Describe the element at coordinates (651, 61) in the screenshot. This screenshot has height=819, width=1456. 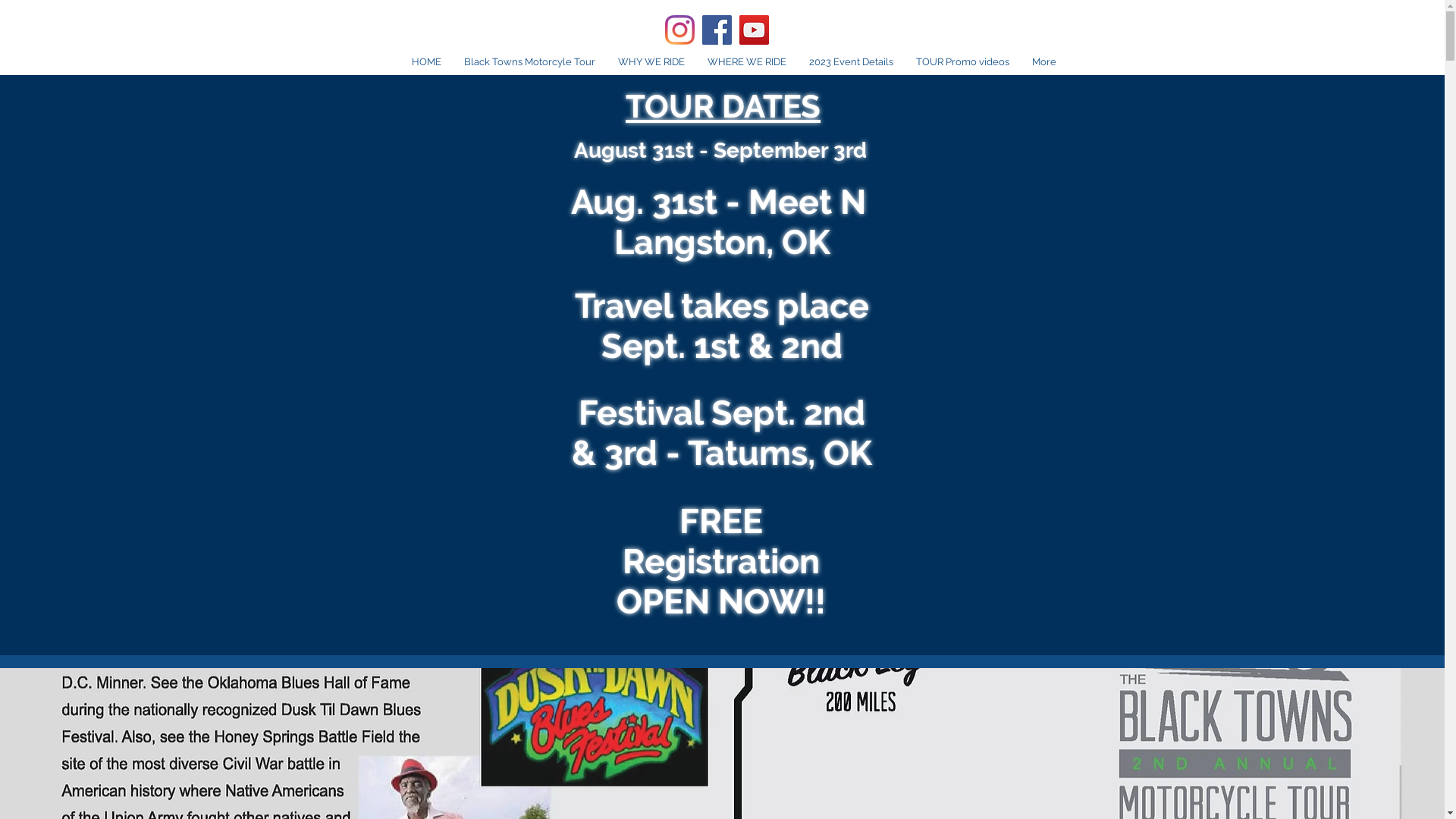
I see `'WHY WE RIDE'` at that location.